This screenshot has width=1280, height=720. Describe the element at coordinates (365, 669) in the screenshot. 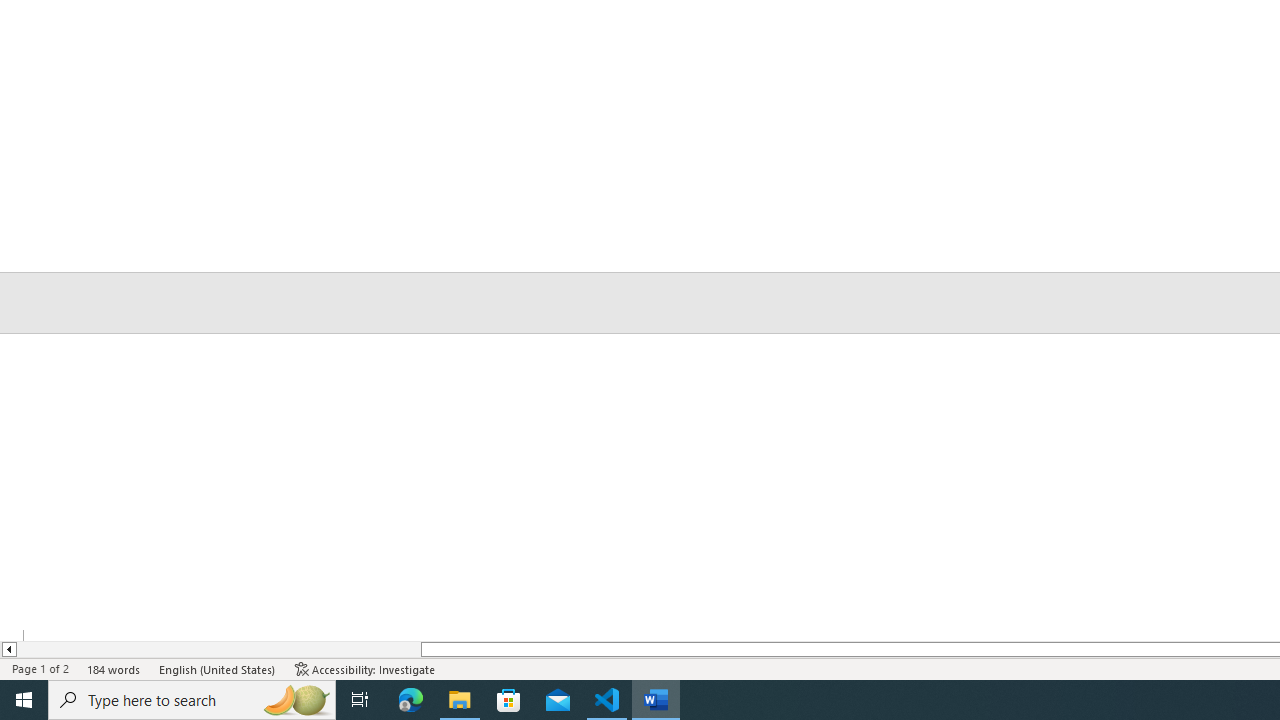

I see `'Accessibility Checker Accessibility: Investigate'` at that location.